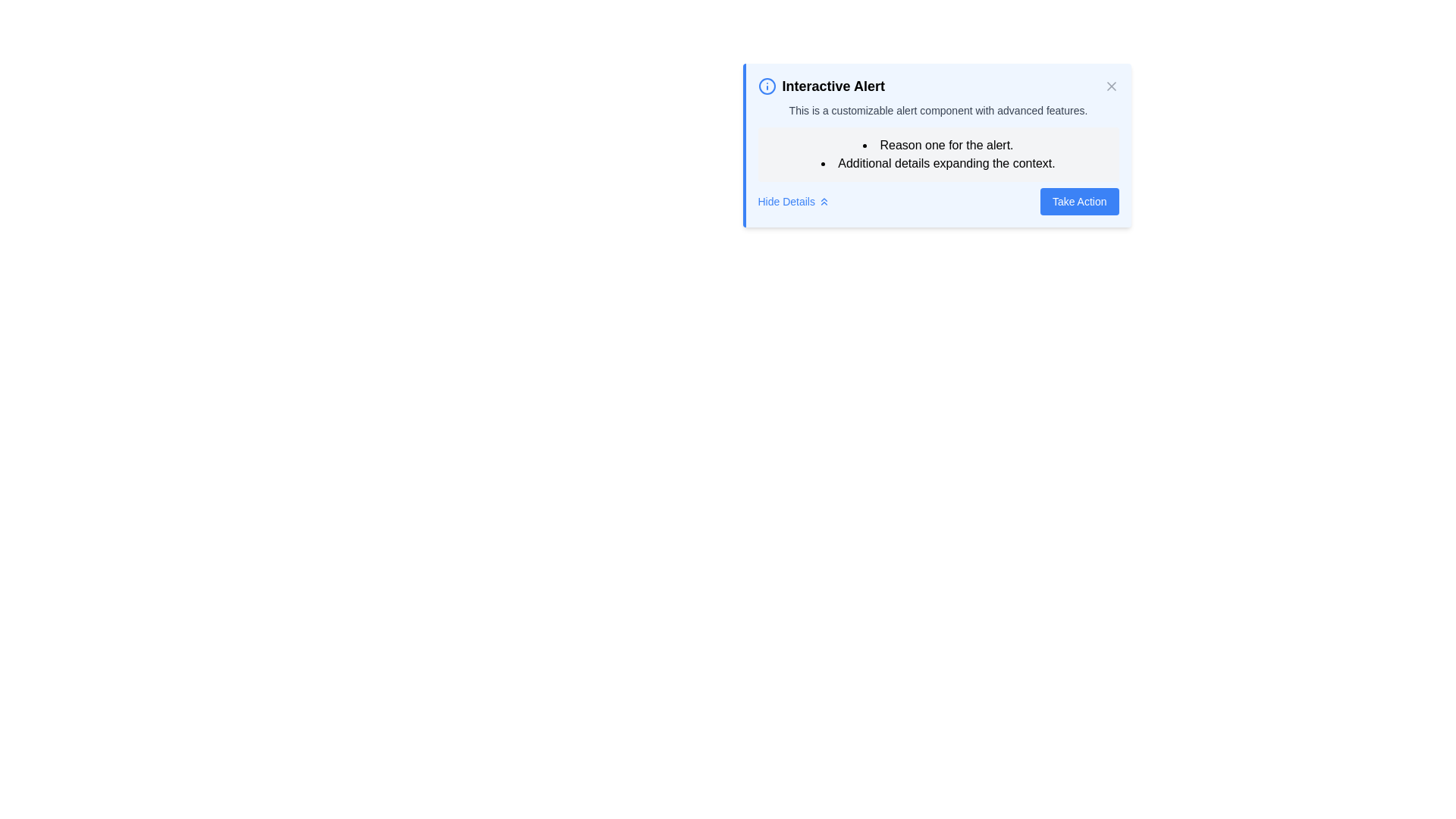 This screenshot has width=1456, height=819. I want to click on the 'Interactive Alert' text label, which is bold and larger than surrounding text, positioned centrally below an info icon in the alert box, so click(833, 86).